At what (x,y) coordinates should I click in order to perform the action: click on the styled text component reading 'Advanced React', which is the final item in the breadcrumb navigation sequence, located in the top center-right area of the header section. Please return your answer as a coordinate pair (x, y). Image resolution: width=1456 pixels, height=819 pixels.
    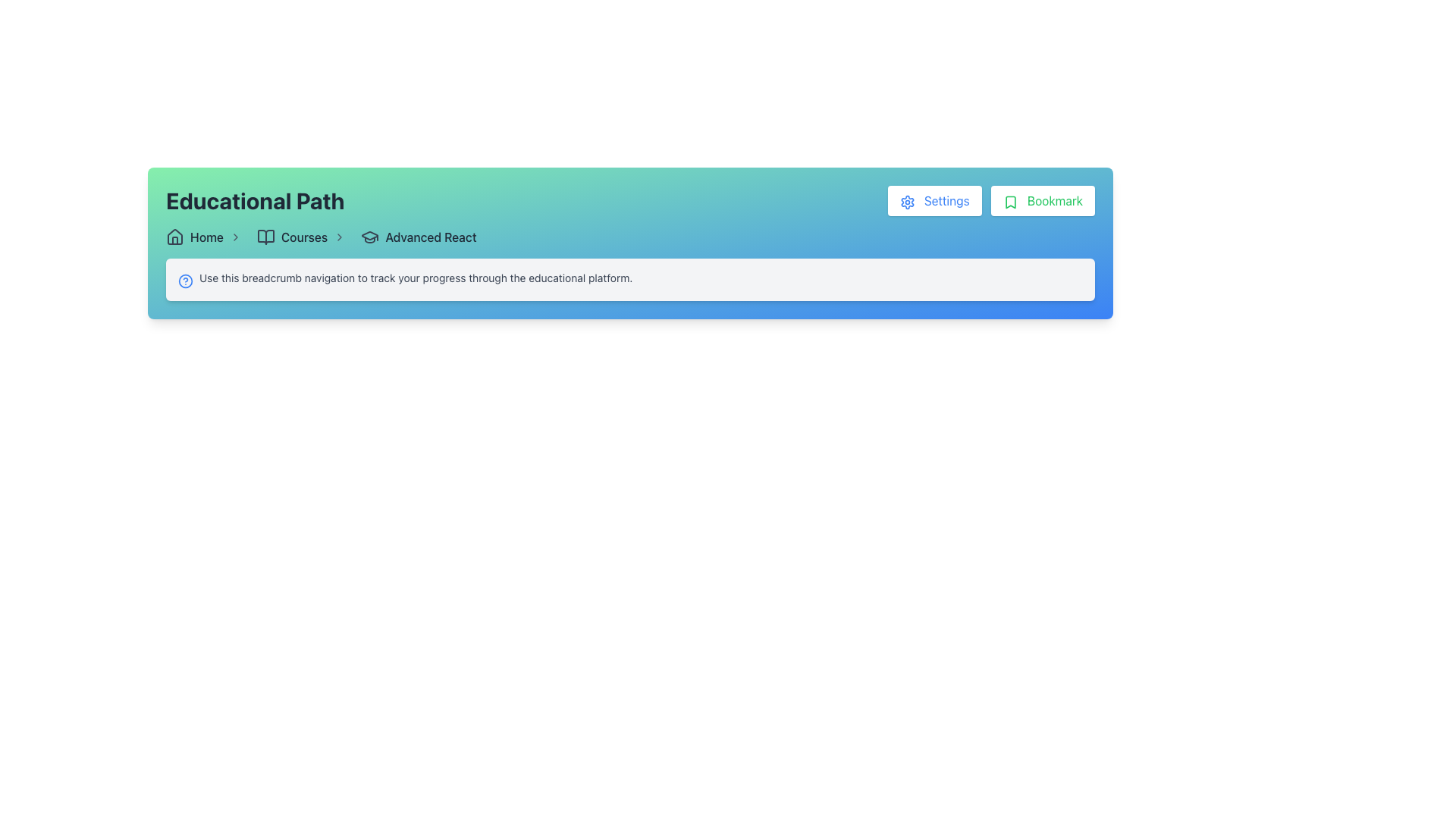
    Looking at the image, I should click on (430, 237).